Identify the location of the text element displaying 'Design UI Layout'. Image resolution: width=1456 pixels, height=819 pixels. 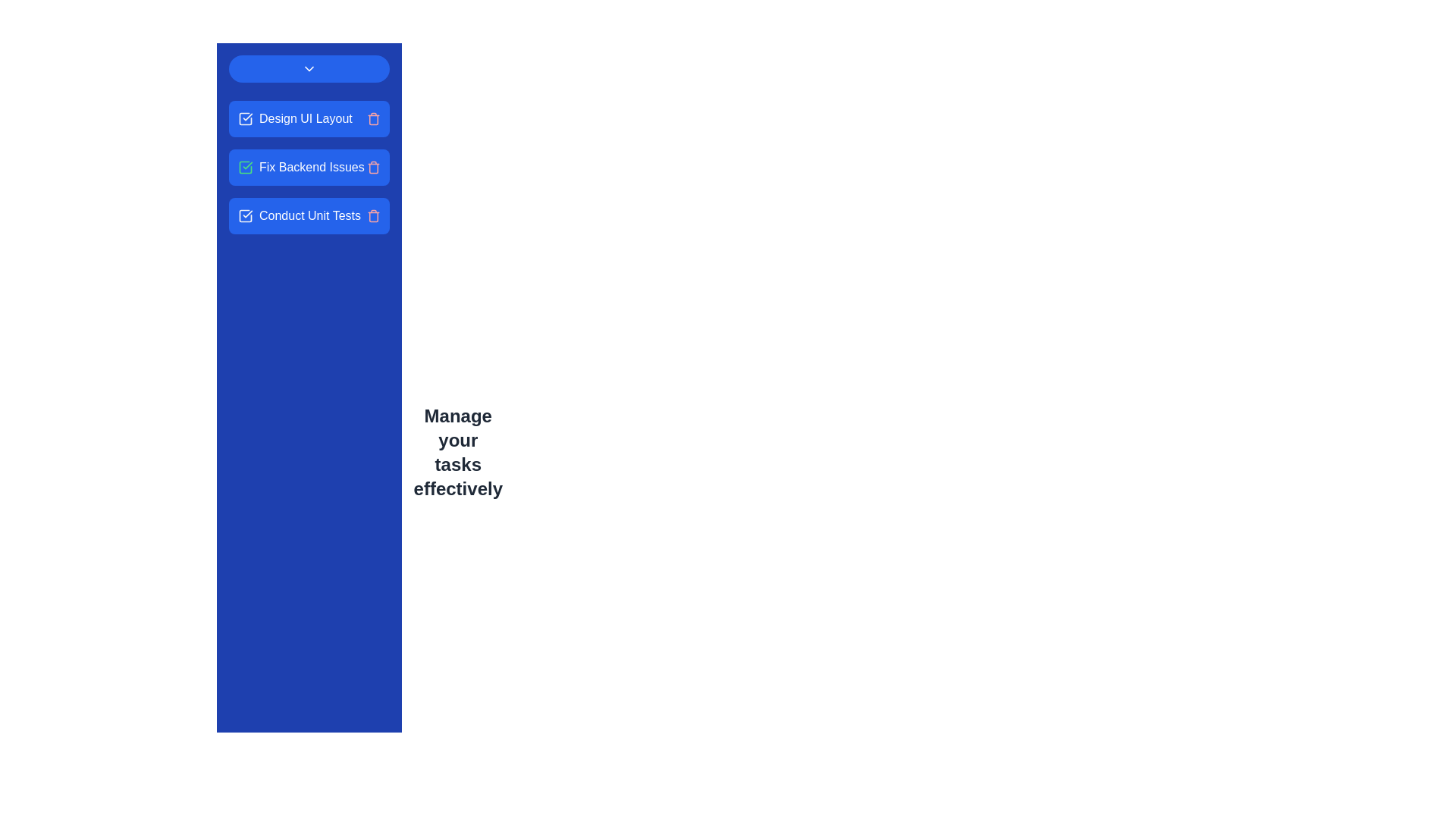
(305, 118).